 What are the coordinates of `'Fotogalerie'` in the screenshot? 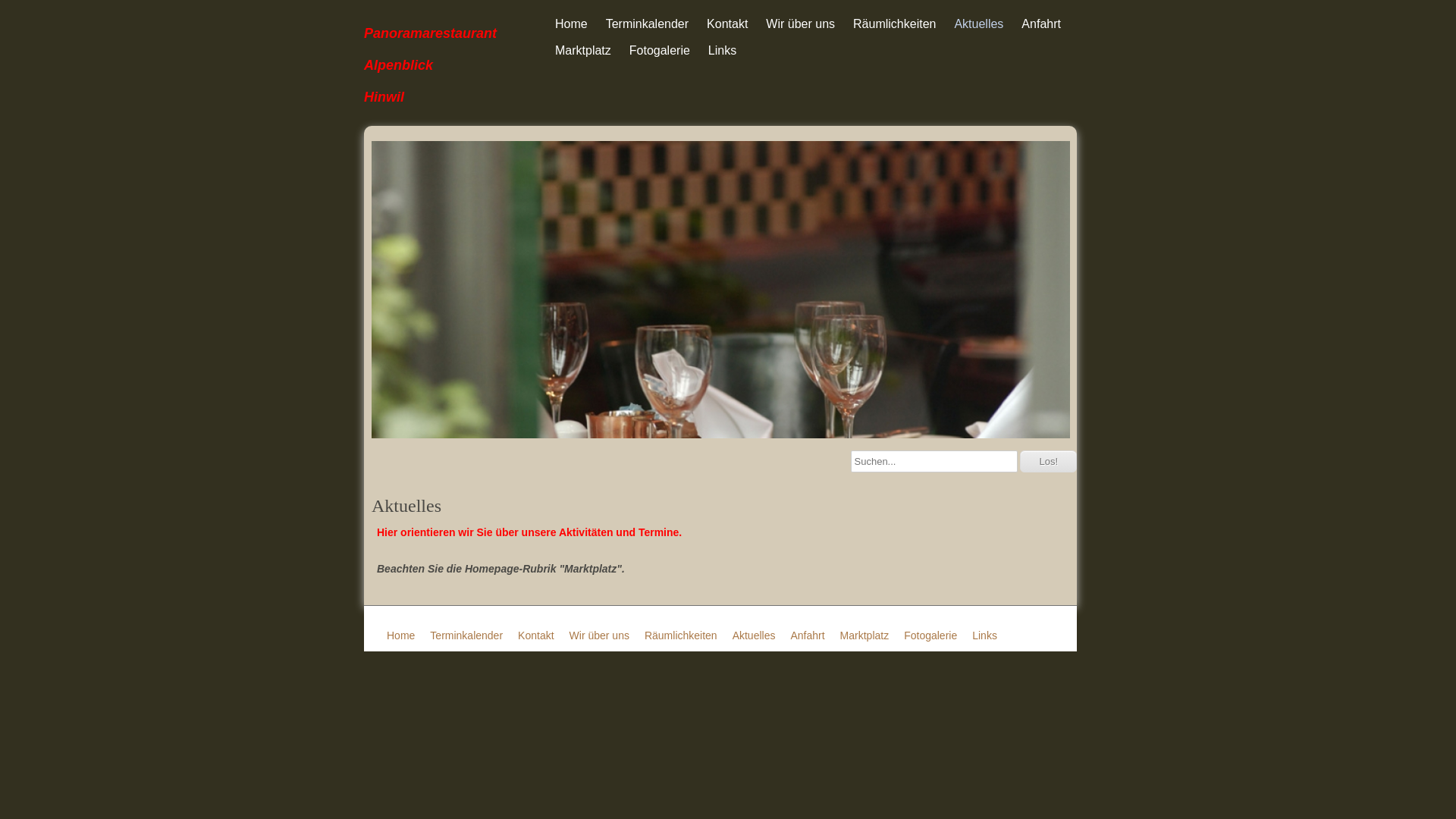 It's located at (659, 49).